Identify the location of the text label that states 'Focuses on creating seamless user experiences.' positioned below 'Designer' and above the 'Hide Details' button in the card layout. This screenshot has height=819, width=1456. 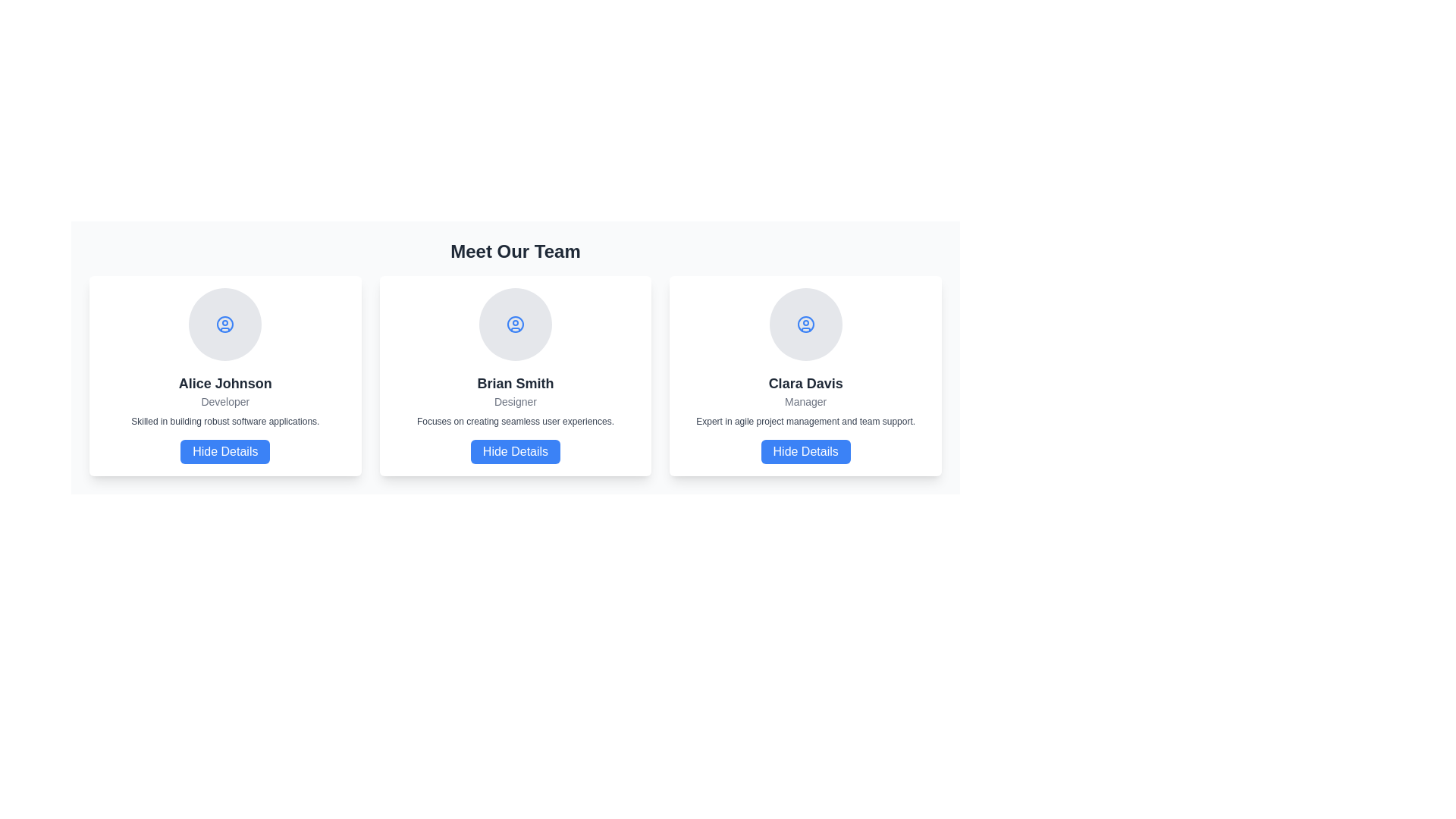
(516, 421).